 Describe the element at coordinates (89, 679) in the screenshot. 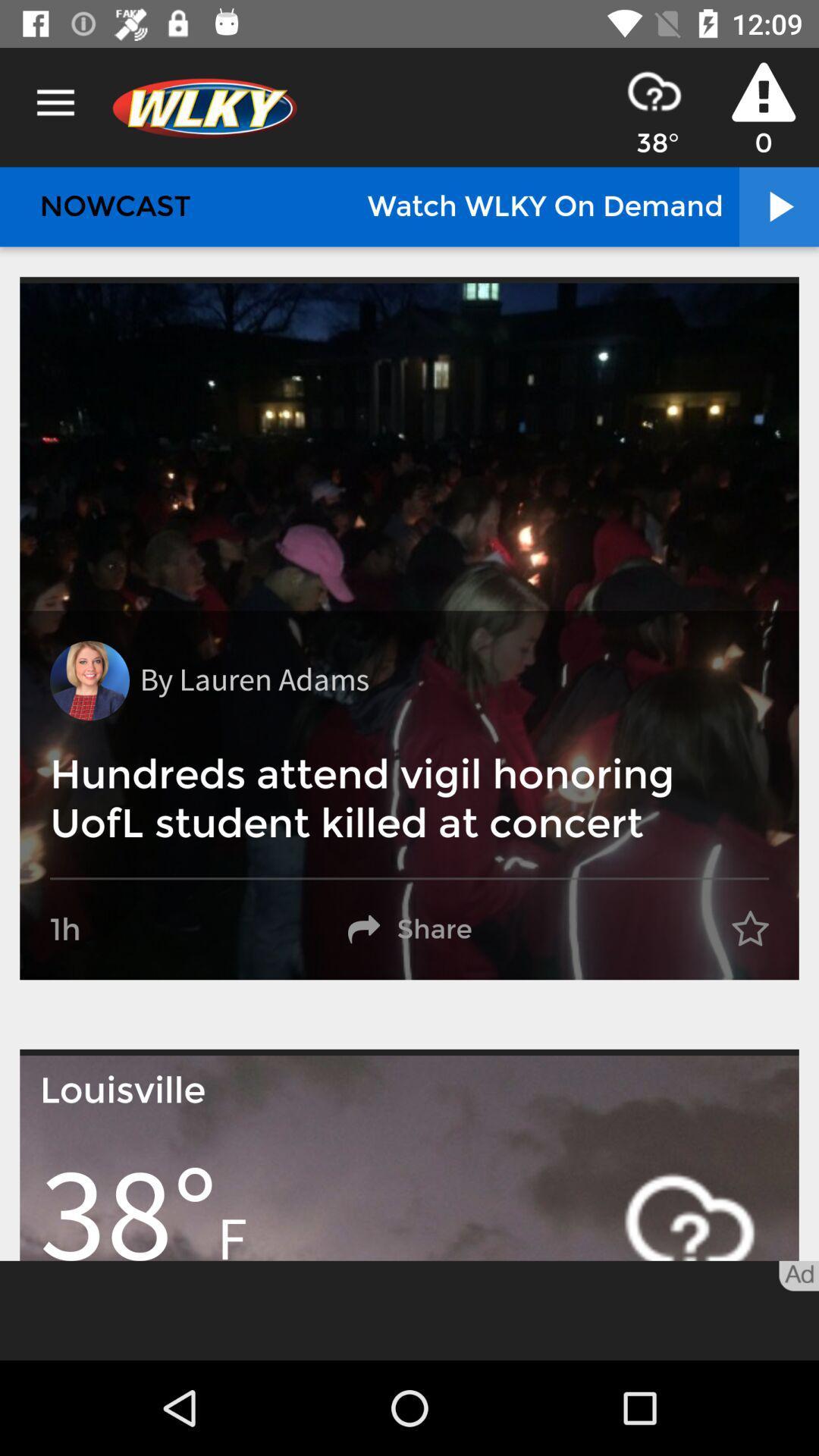

I see `the item above hundreds attend vigil` at that location.